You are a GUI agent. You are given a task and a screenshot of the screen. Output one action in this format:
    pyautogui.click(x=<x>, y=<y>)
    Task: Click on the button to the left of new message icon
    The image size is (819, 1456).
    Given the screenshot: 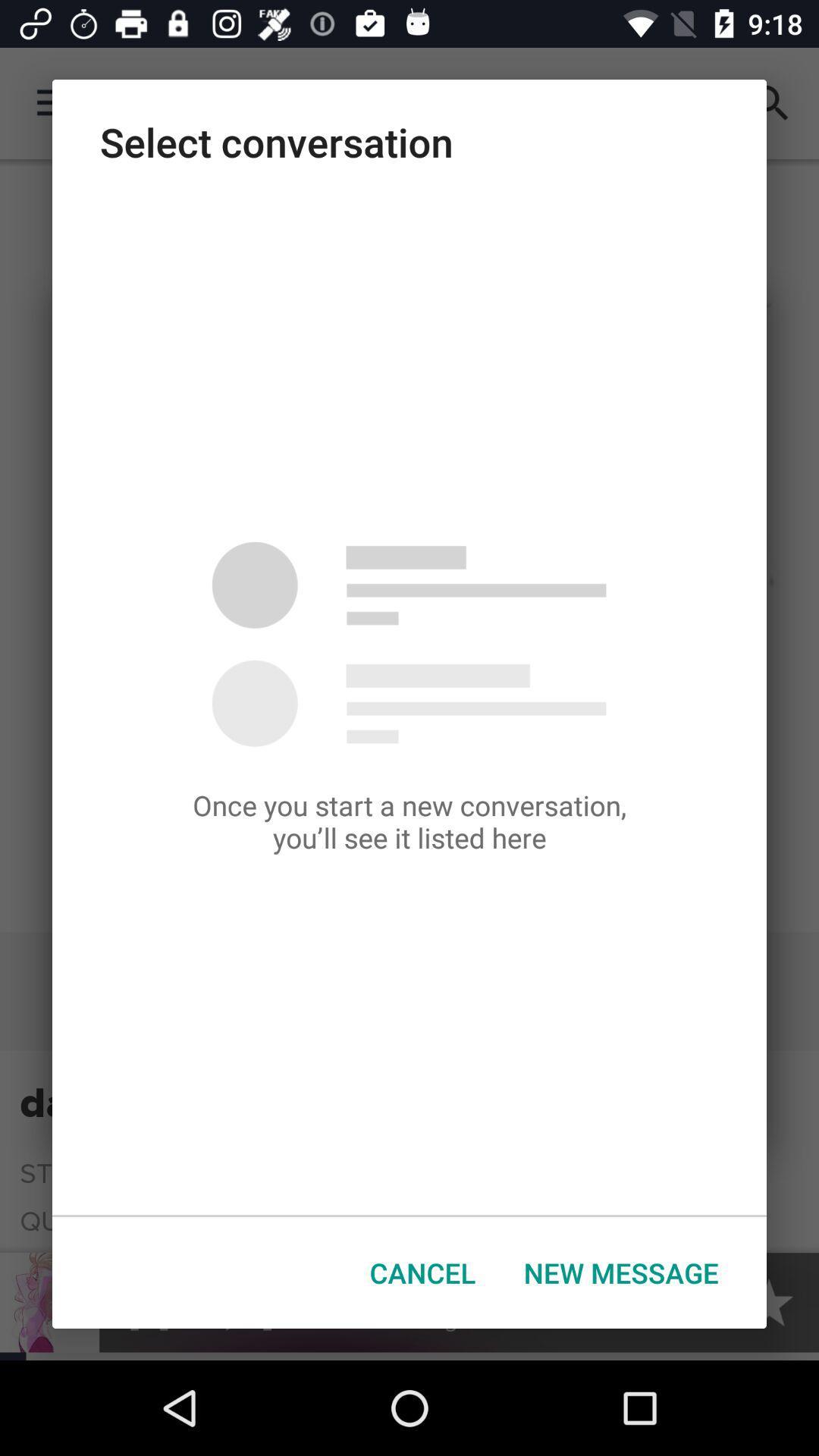 What is the action you would take?
    pyautogui.click(x=422, y=1272)
    